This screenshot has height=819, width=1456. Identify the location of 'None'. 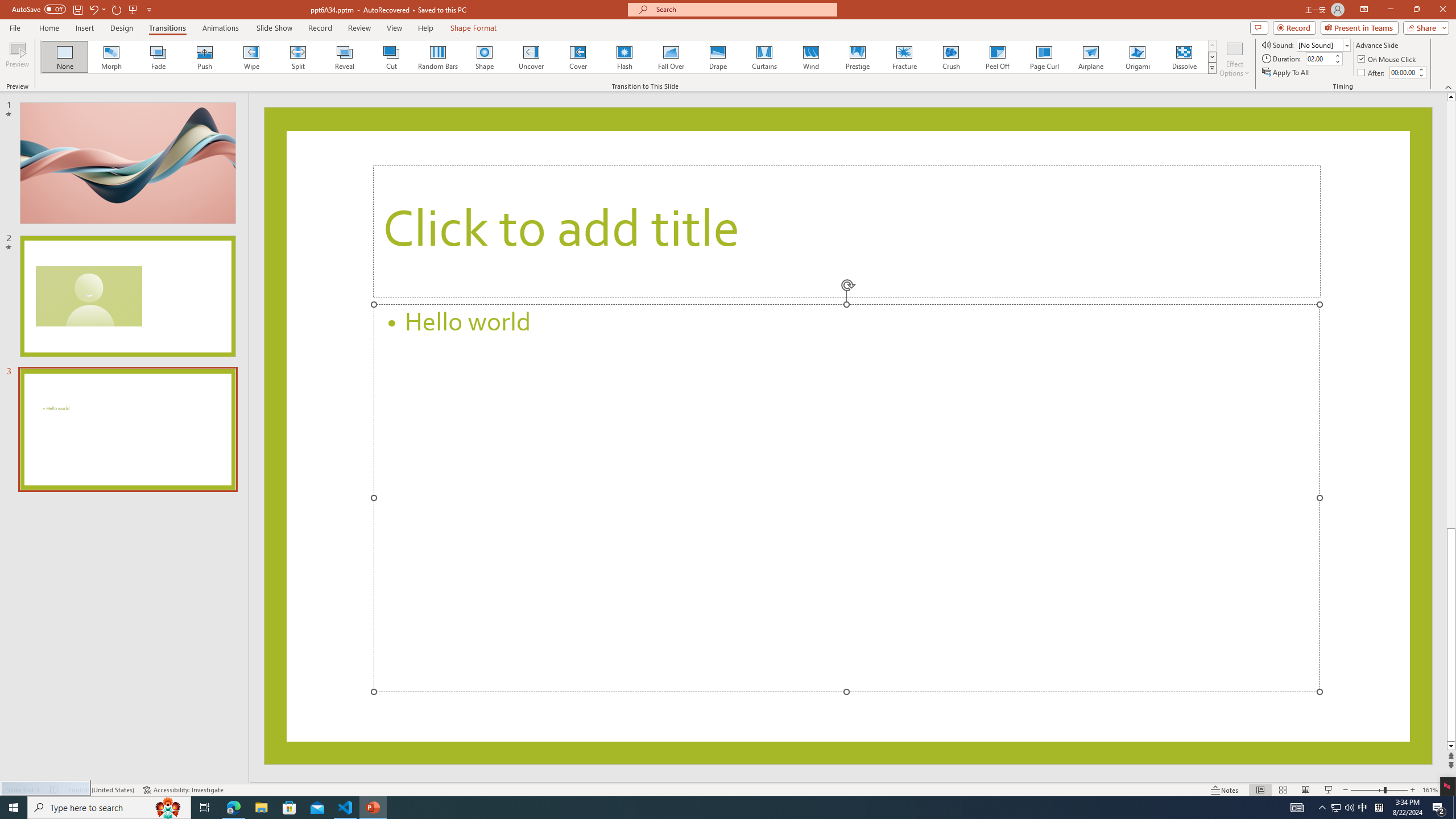
(65, 56).